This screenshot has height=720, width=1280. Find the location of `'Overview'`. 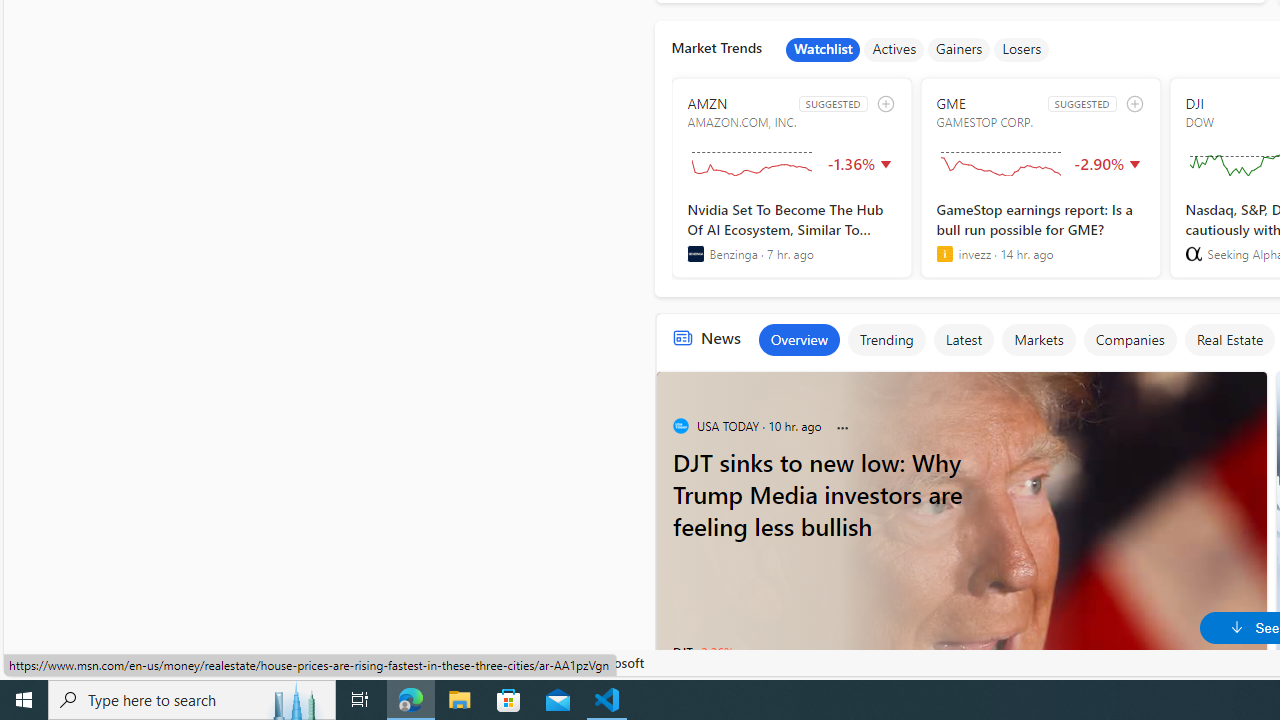

'Overview' is located at coordinates (797, 338).